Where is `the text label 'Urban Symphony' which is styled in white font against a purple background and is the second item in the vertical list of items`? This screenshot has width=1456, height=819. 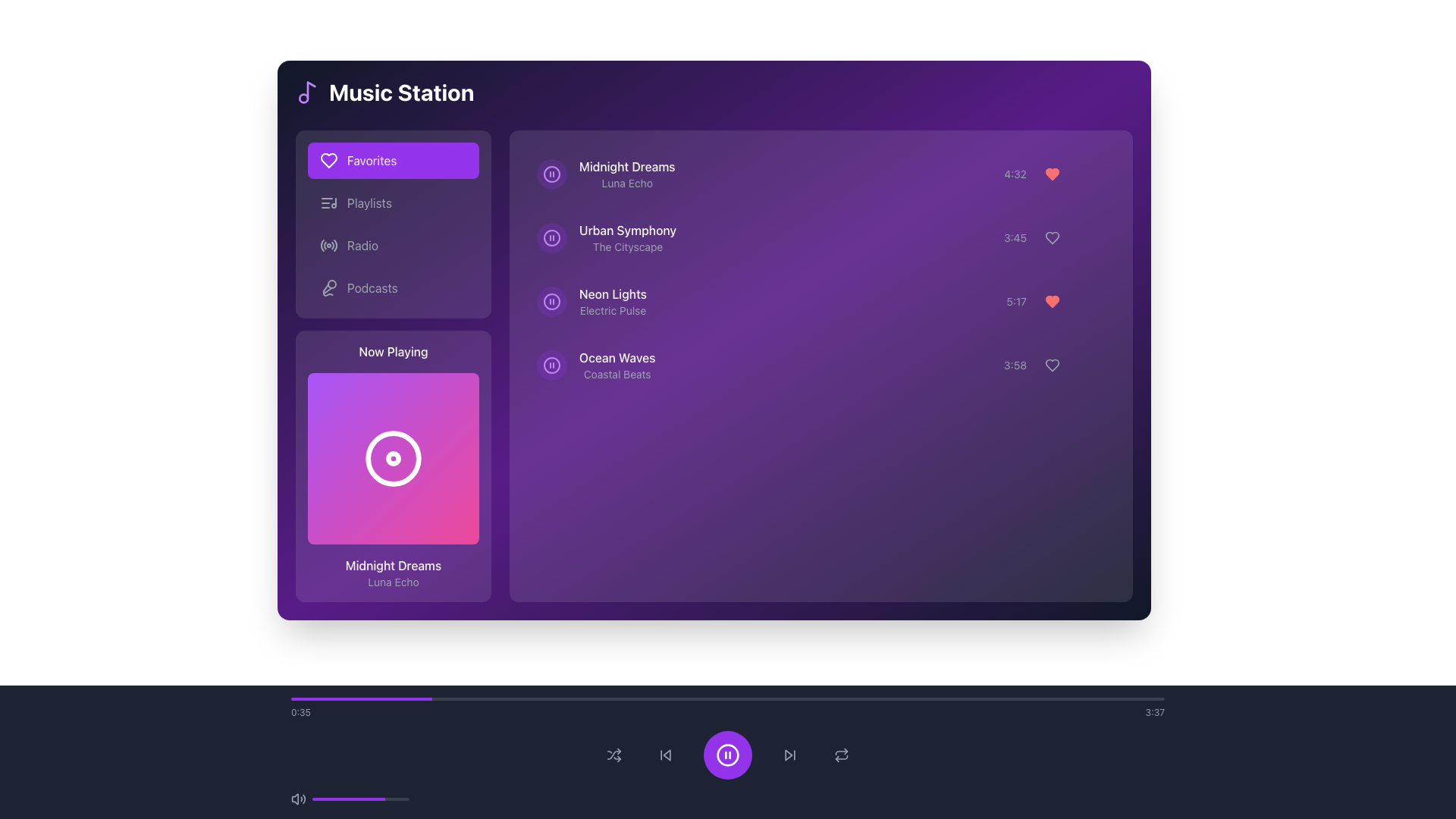
the text label 'Urban Symphony' which is styled in white font against a purple background and is the second item in the vertical list of items is located at coordinates (628, 231).